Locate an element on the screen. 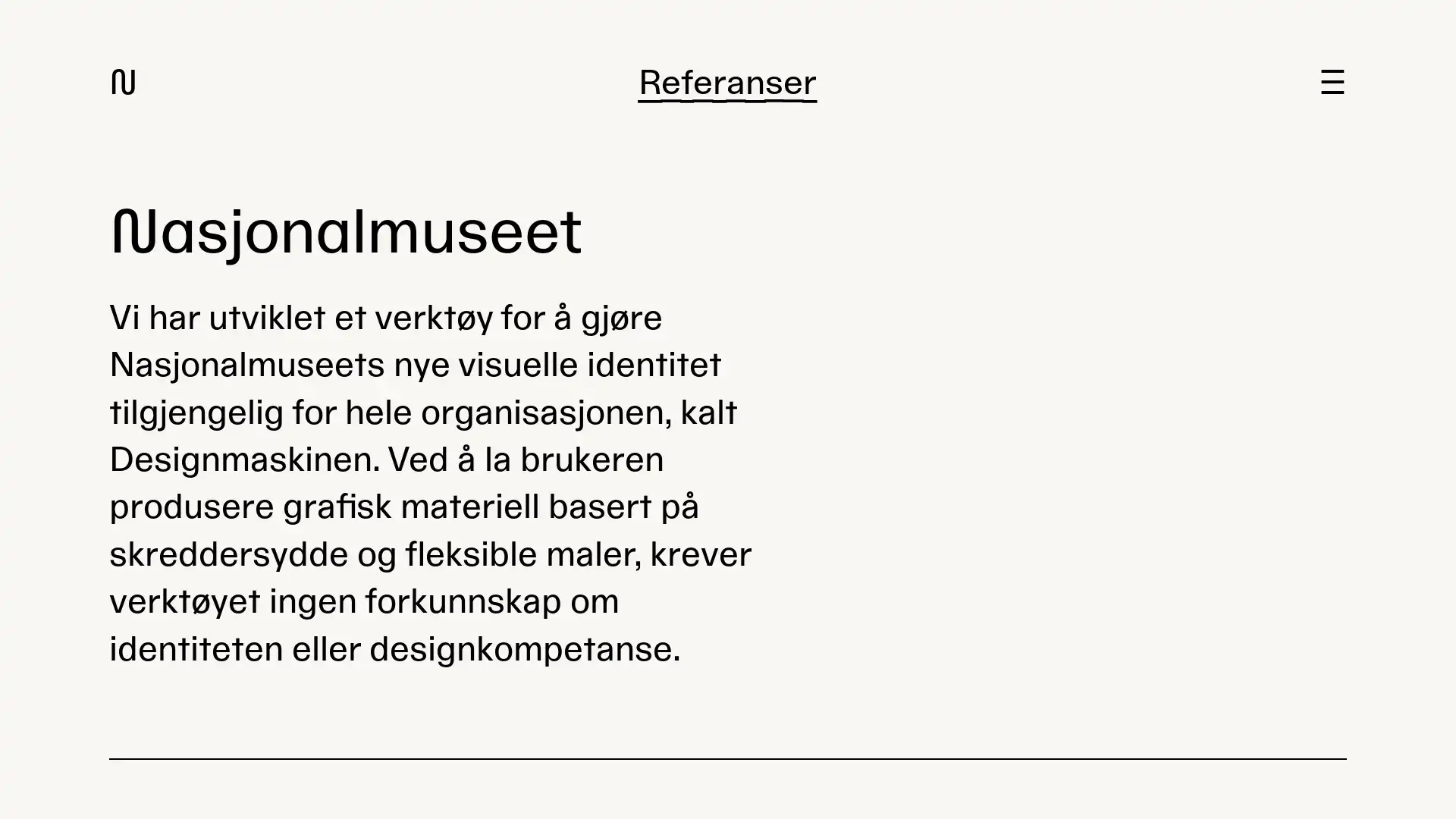 The image size is (1456, 819). Meny is located at coordinates (1331, 82).